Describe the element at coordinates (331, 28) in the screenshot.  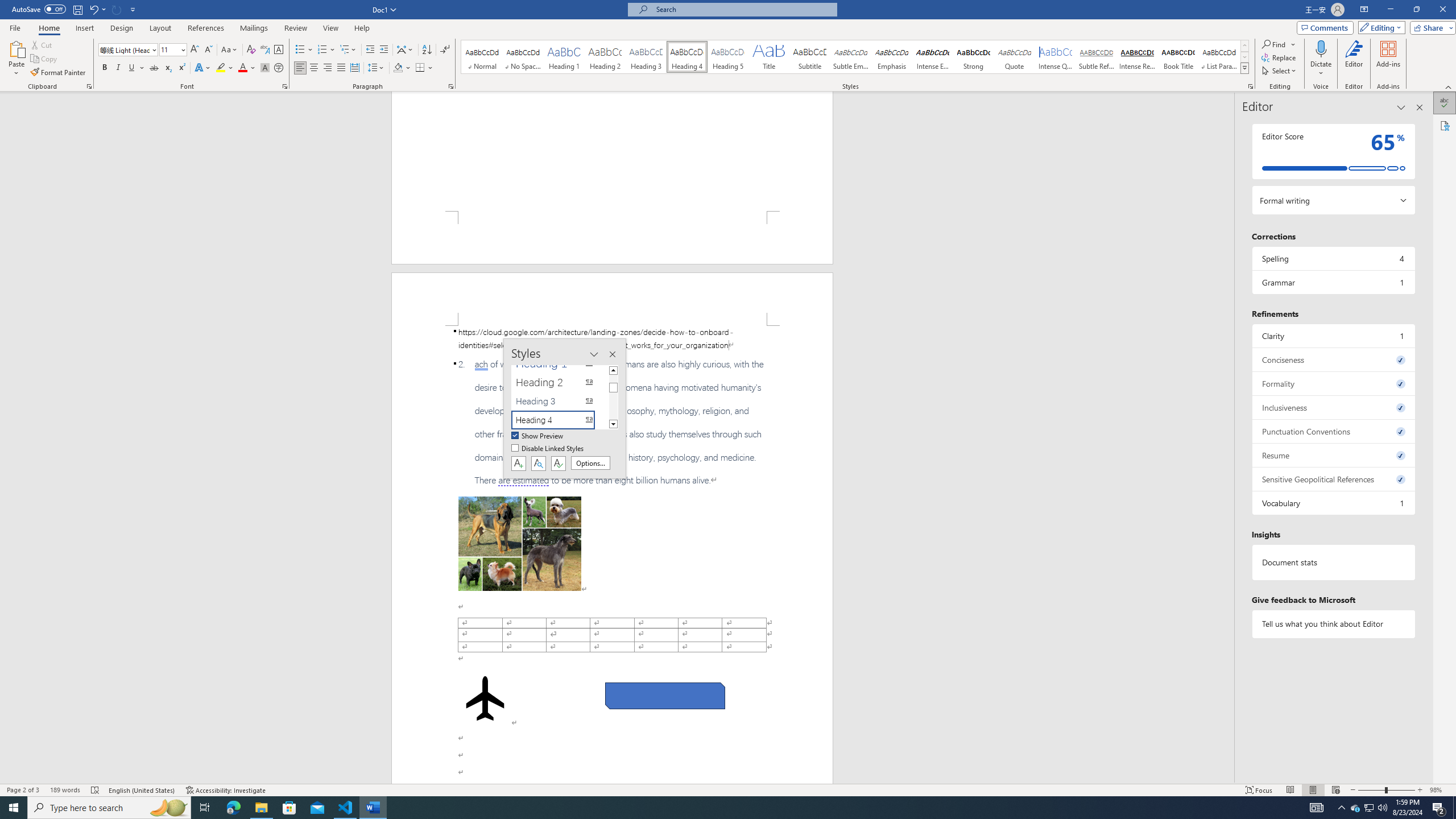
I see `'View'` at that location.